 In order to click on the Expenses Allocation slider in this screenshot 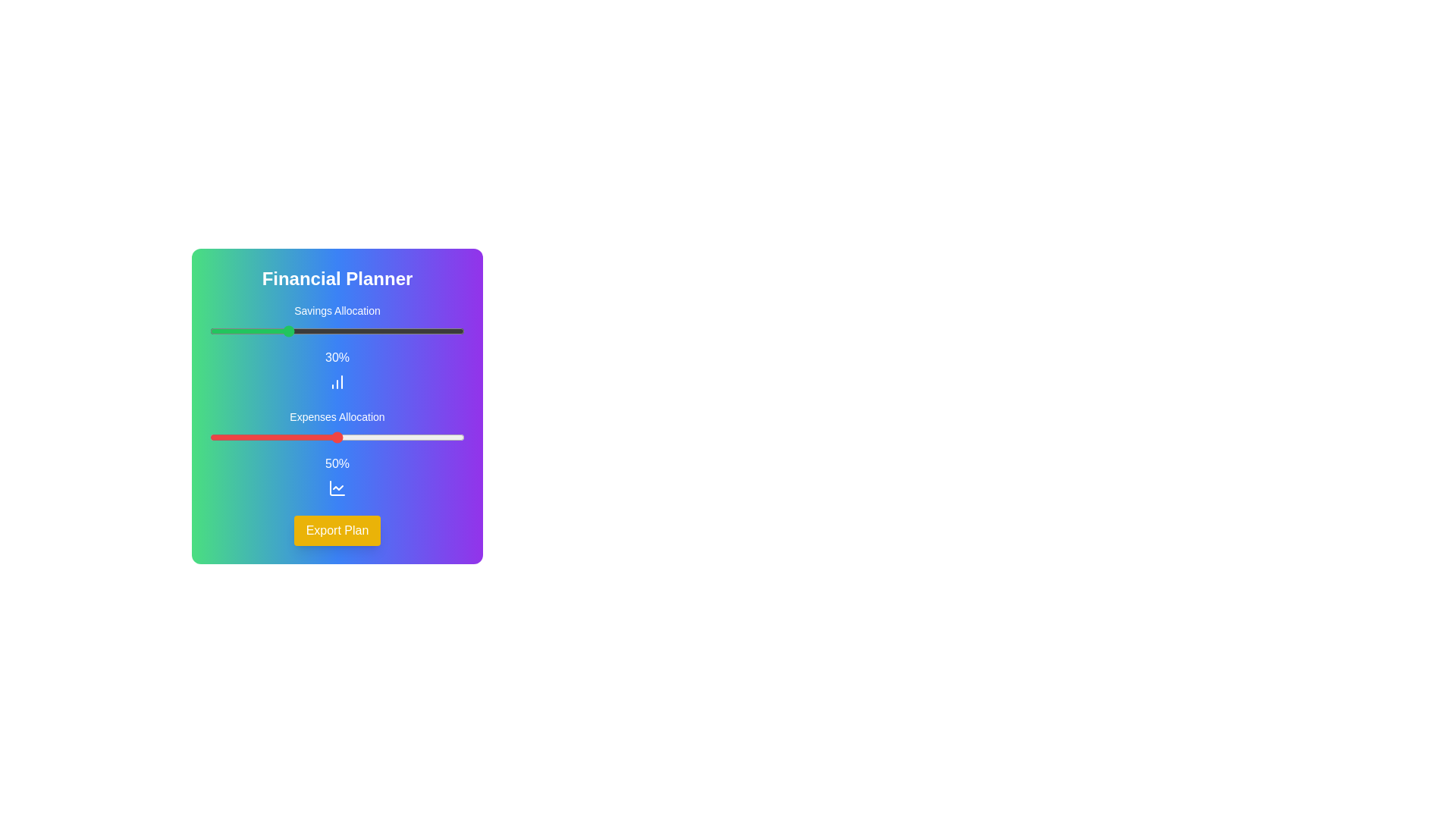, I will do `click(214, 438)`.